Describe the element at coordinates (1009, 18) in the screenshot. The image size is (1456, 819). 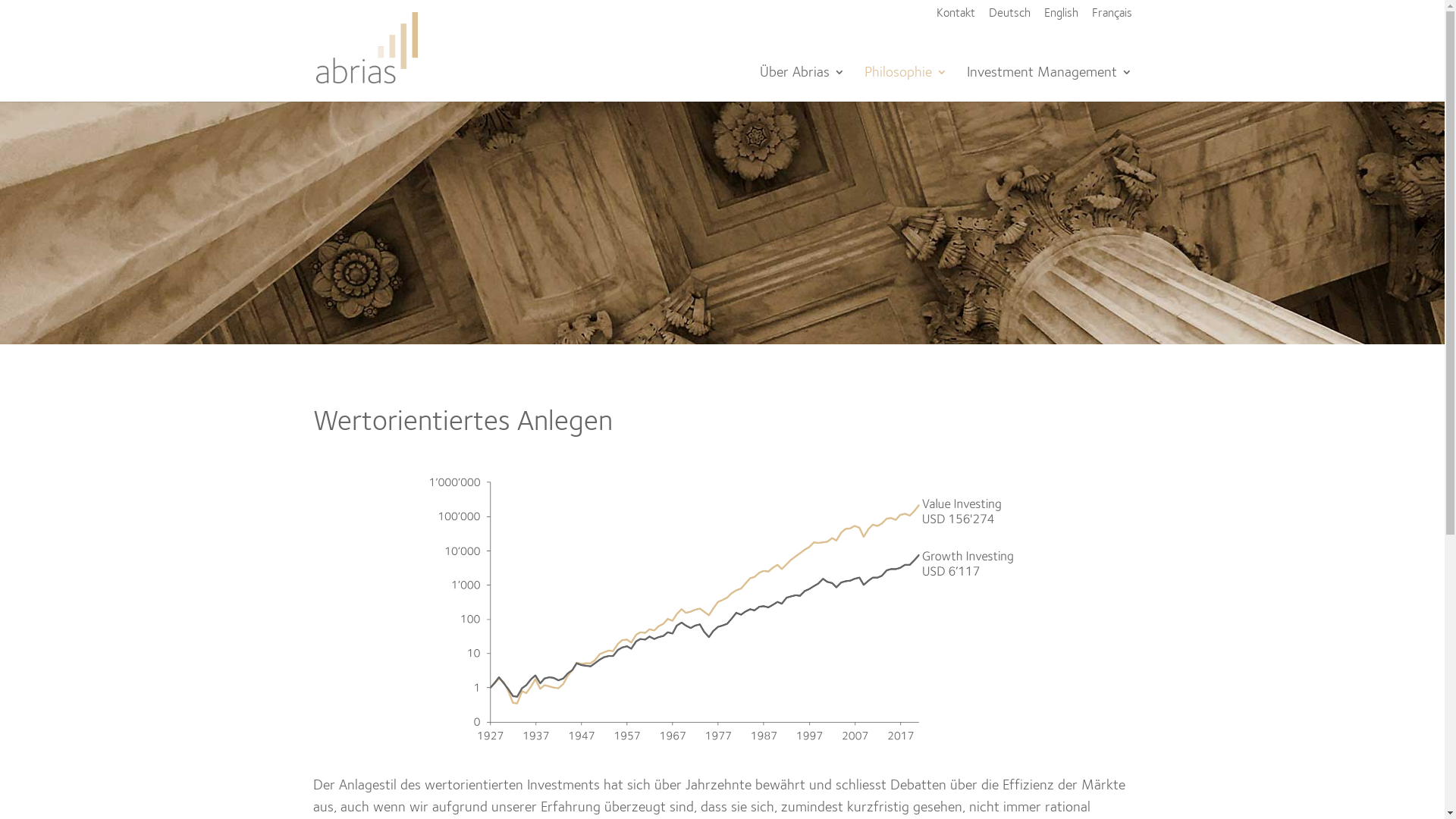
I see `'Deutsch'` at that location.